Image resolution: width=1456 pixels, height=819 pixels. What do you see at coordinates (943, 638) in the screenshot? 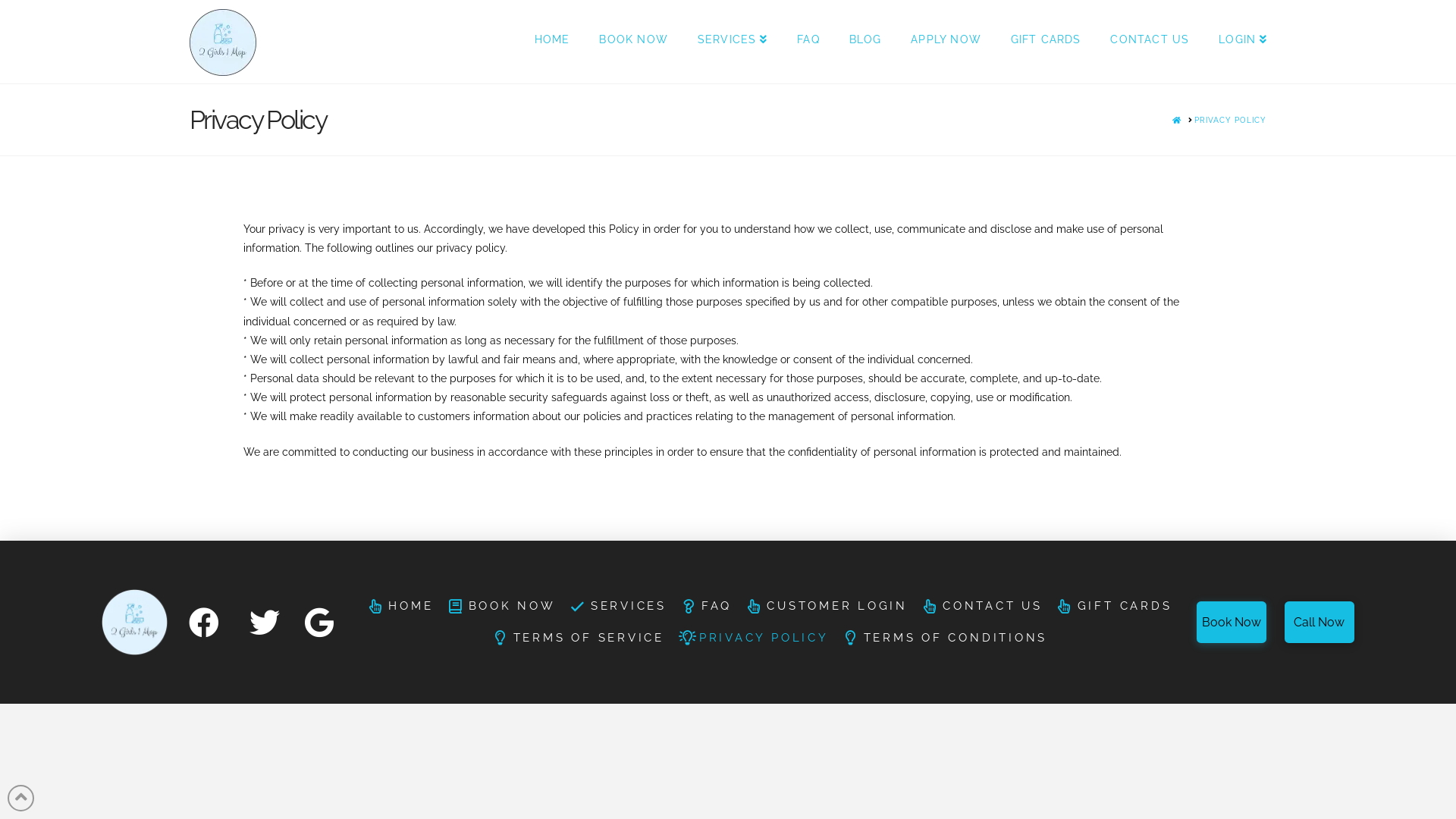
I see `'TERMS OF CONDITIONS'` at bounding box center [943, 638].